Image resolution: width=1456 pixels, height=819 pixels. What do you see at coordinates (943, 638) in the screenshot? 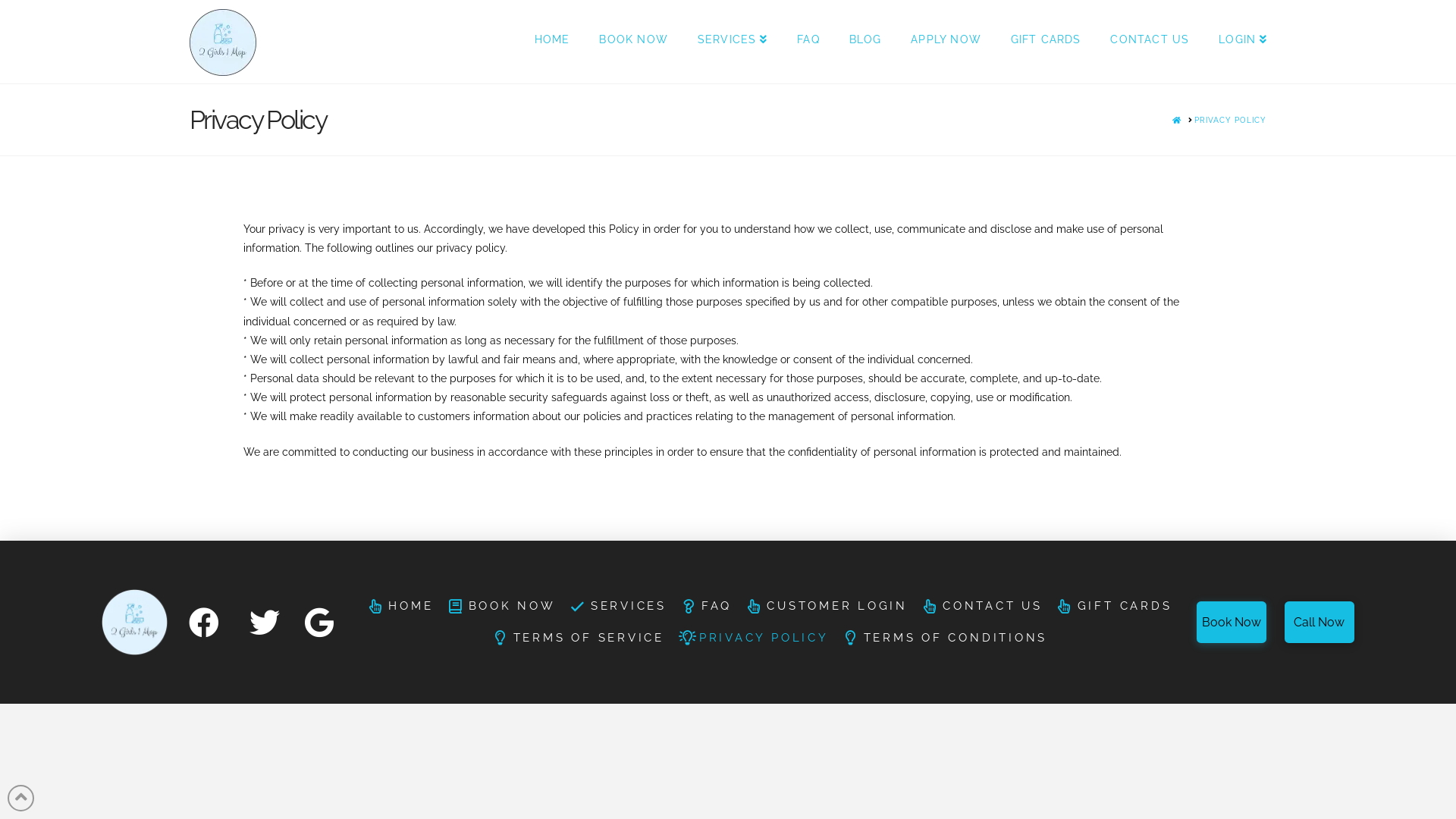
I see `'TERMS OF CONDITIONS'` at bounding box center [943, 638].